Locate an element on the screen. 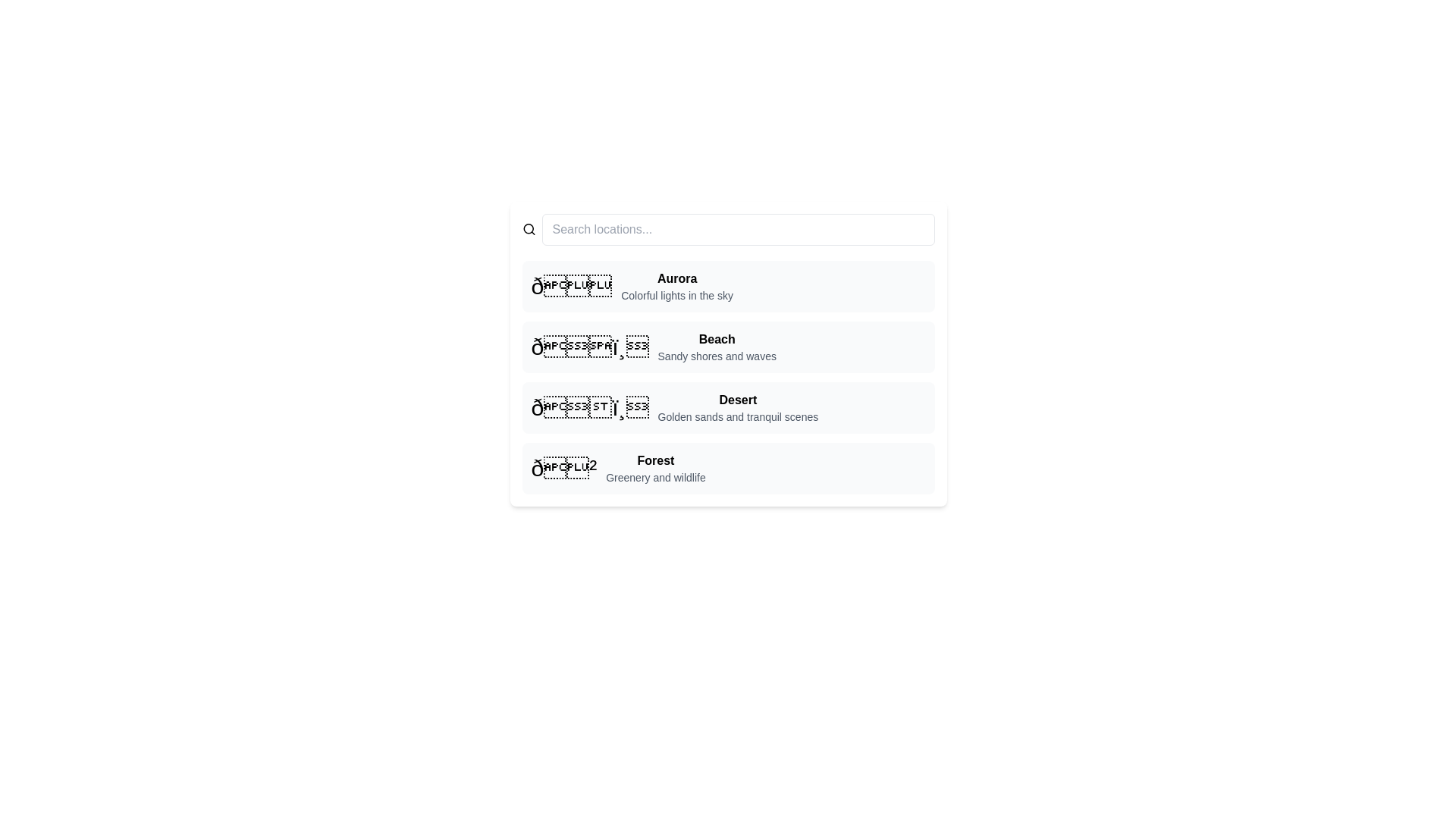 The width and height of the screenshot is (1456, 819). the first selectable list item in the vertical stack is located at coordinates (728, 287).